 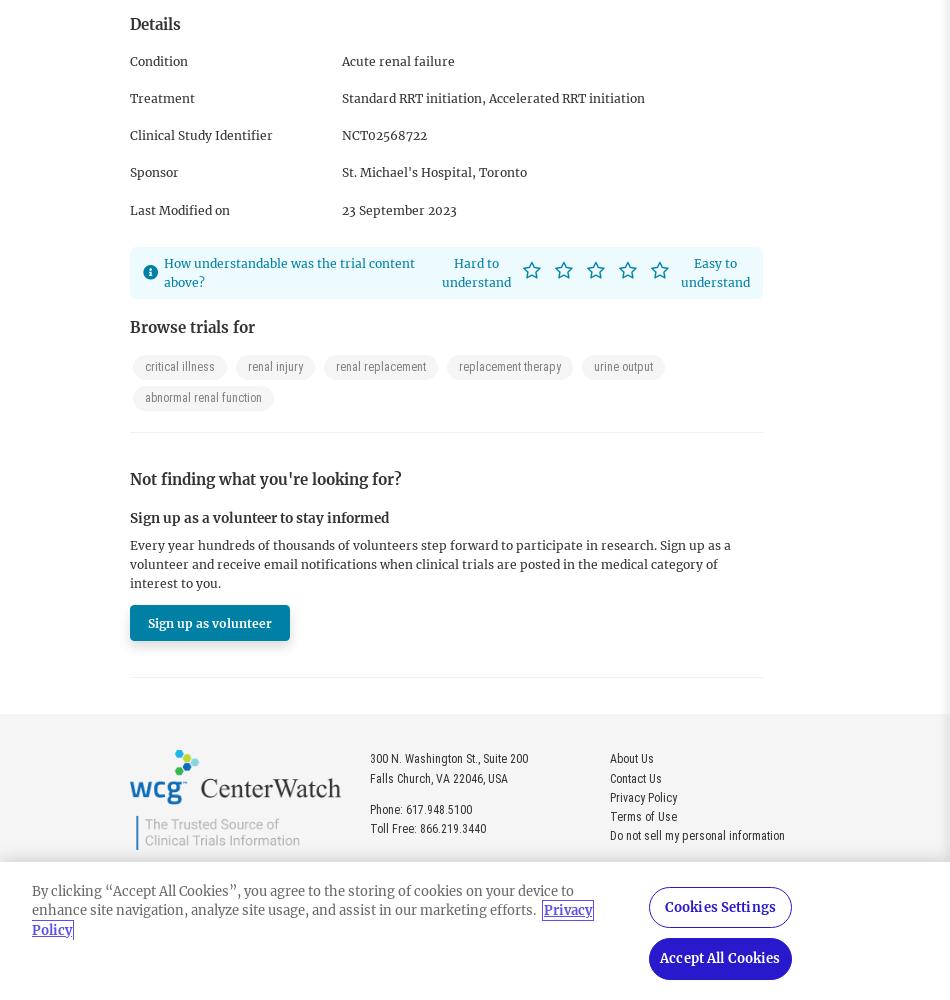 What do you see at coordinates (429, 563) in the screenshot?
I see `'Every year hundreds of thousands of volunteers step forward to participate in research. Sign up as a volunteer and receive email notifications when clinical trials are posted in the medical category of interest to you.'` at bounding box center [429, 563].